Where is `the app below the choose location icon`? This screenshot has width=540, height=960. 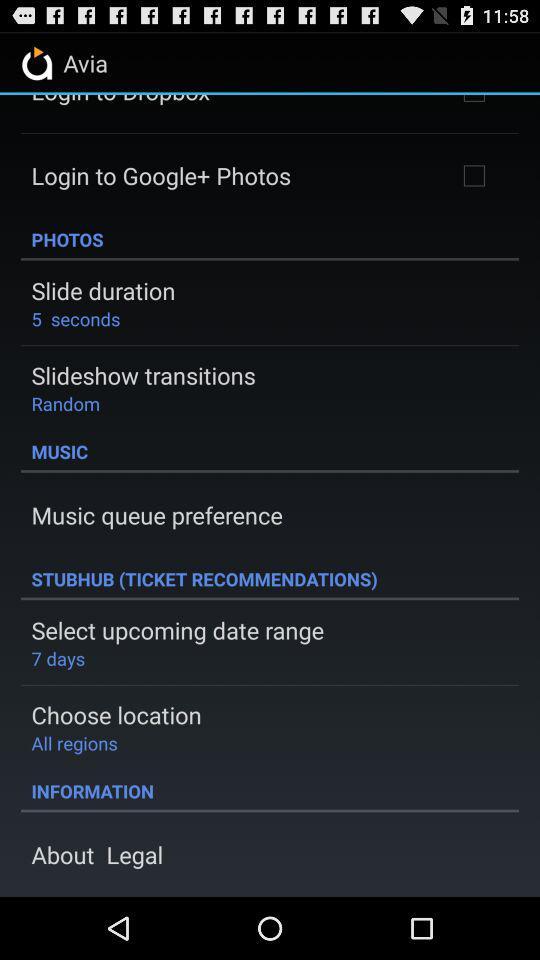 the app below the choose location icon is located at coordinates (73, 742).